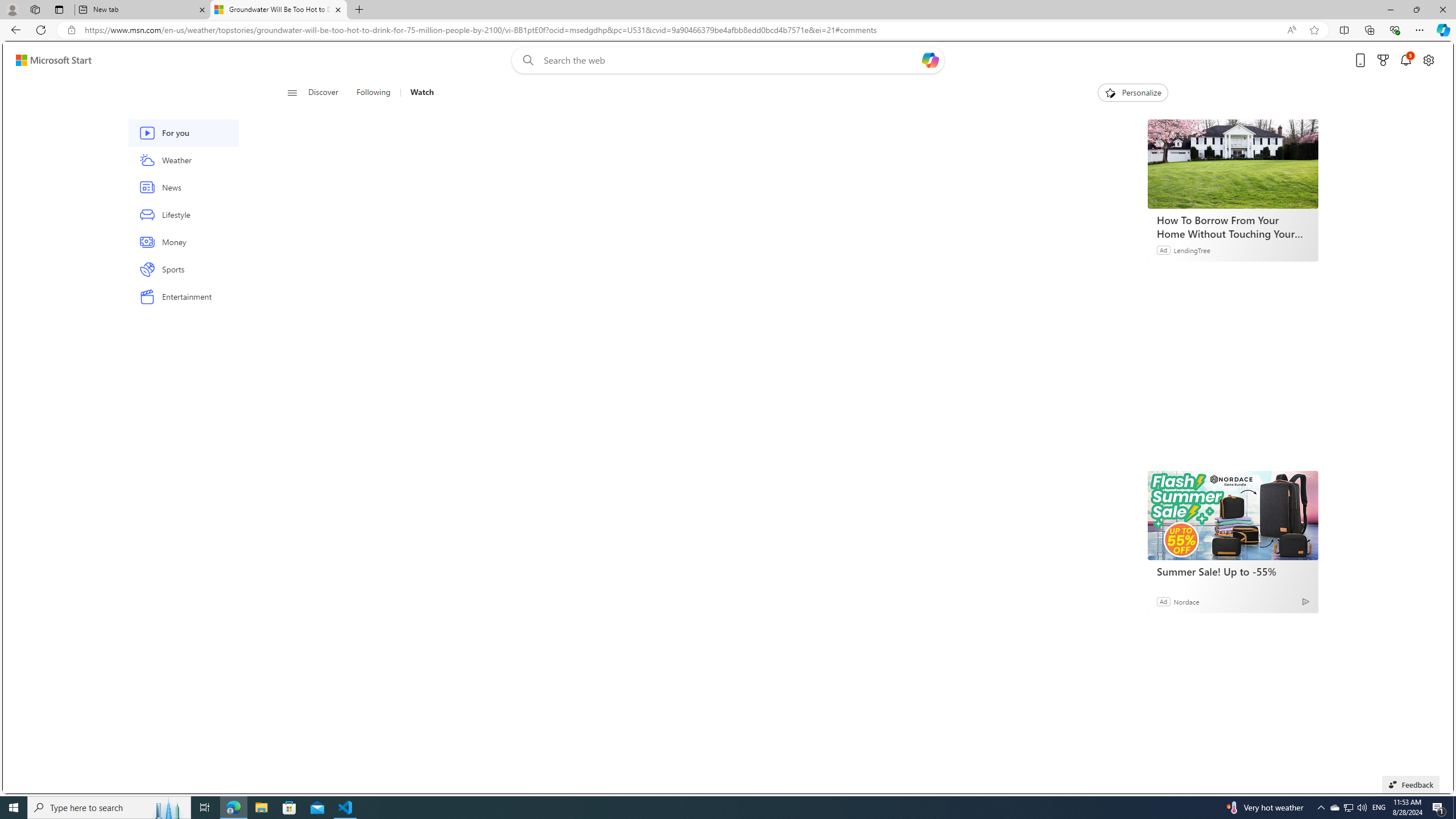  Describe the element at coordinates (1132, 92) in the screenshot. I see `'Personalize'` at that location.